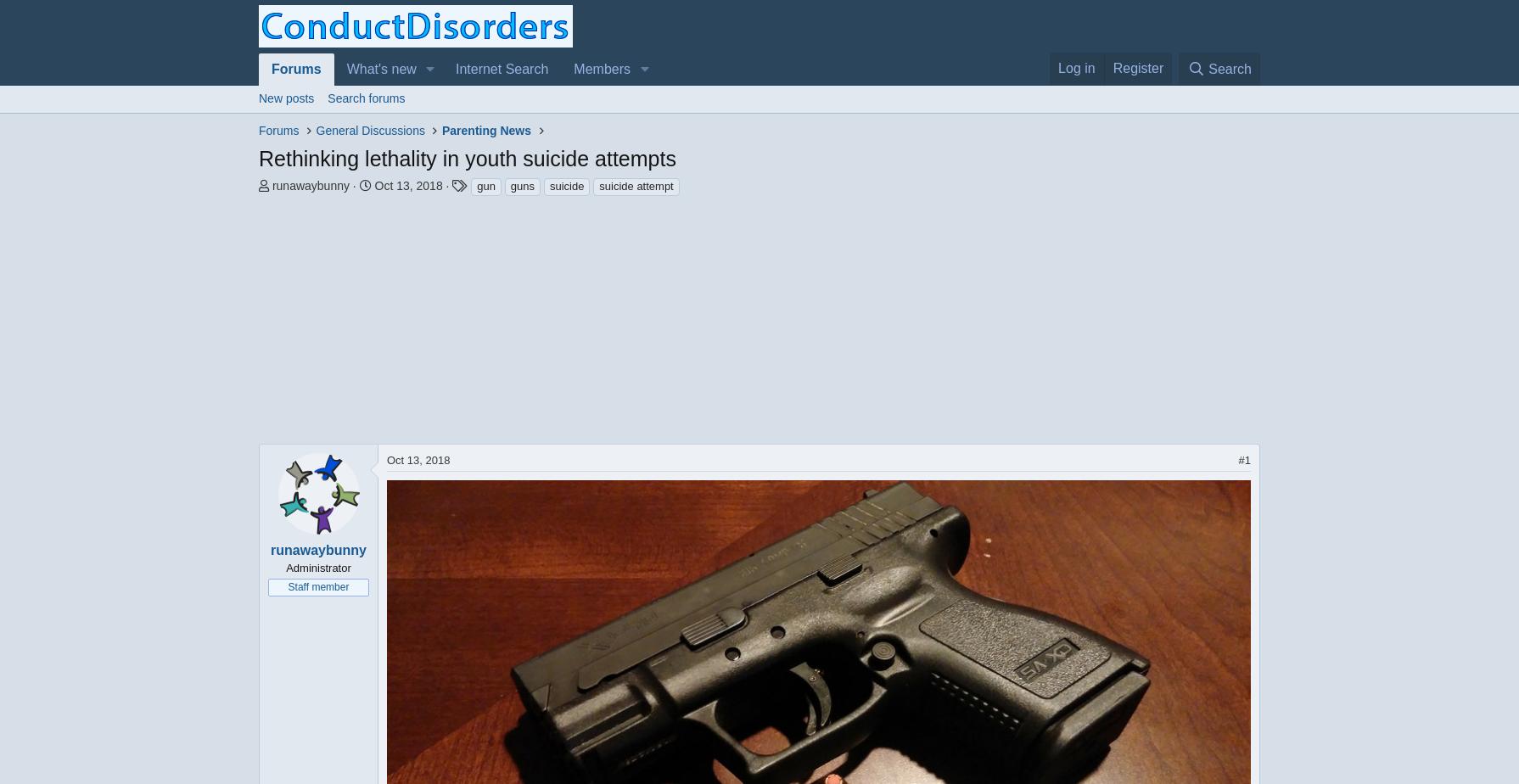 This screenshot has width=1519, height=784. Describe the element at coordinates (1229, 69) in the screenshot. I see `'Search'` at that location.